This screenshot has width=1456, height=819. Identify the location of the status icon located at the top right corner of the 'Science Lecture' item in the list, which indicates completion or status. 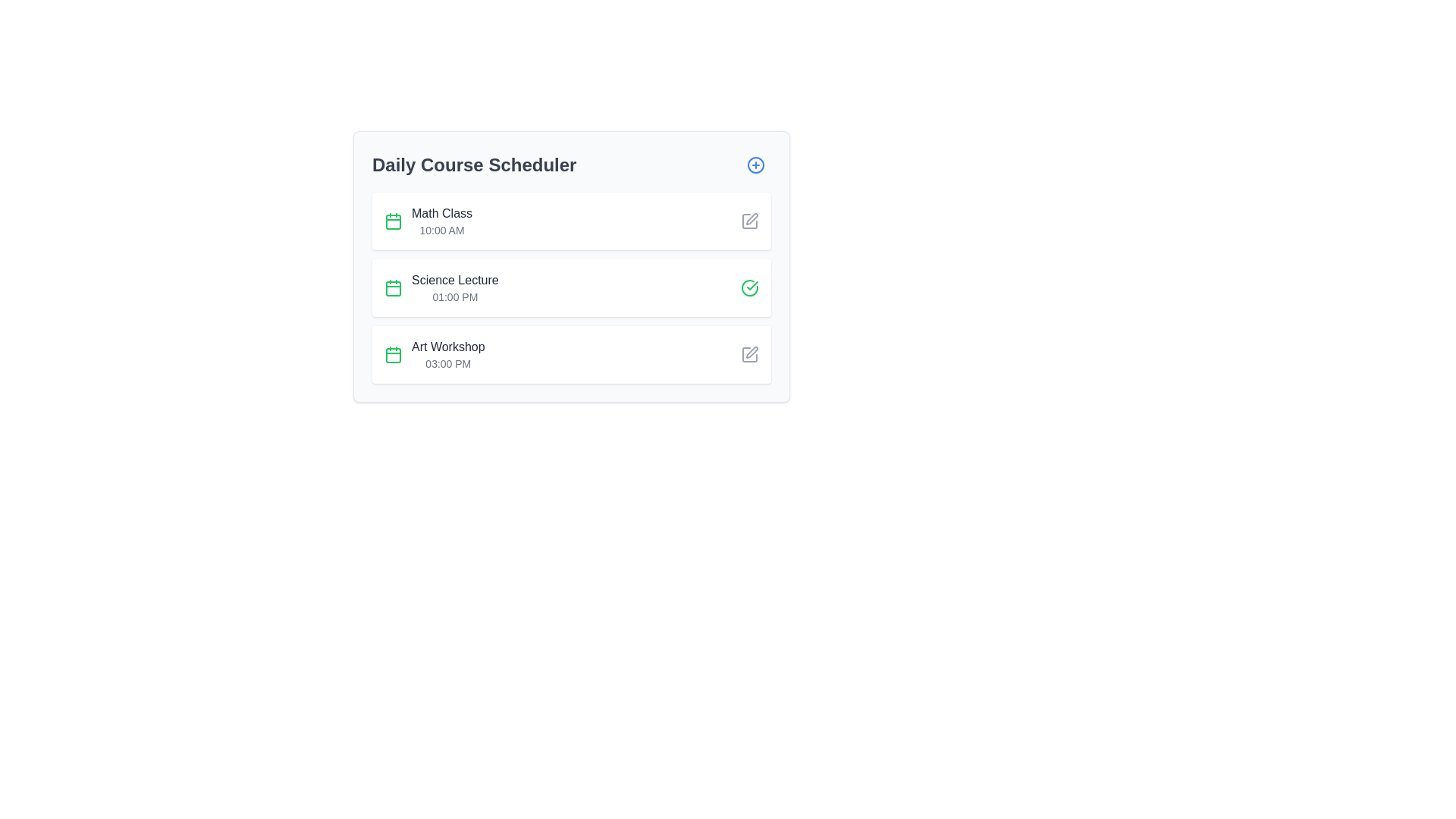
(749, 288).